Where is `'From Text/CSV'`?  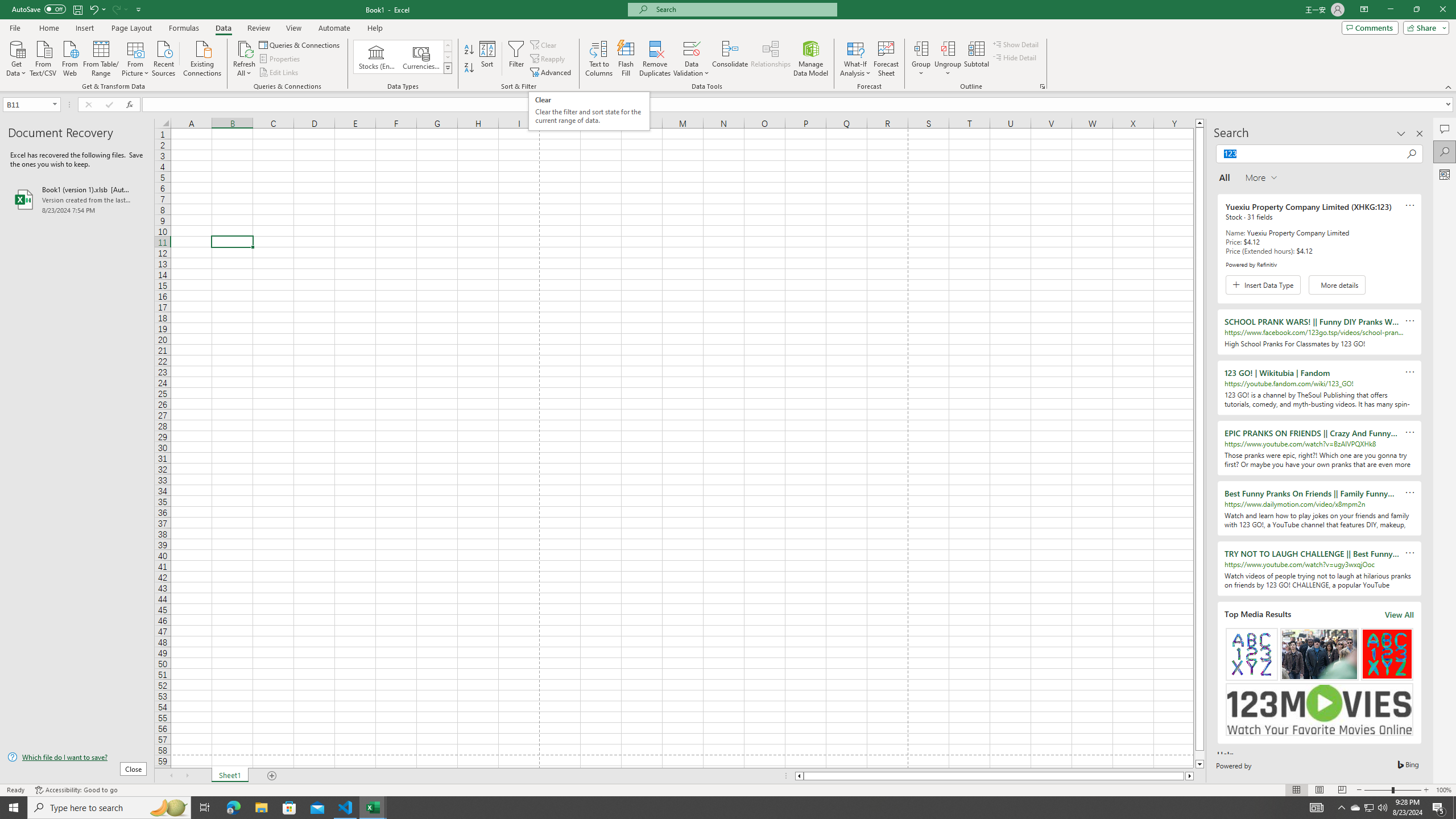
'From Text/CSV' is located at coordinates (43, 57).